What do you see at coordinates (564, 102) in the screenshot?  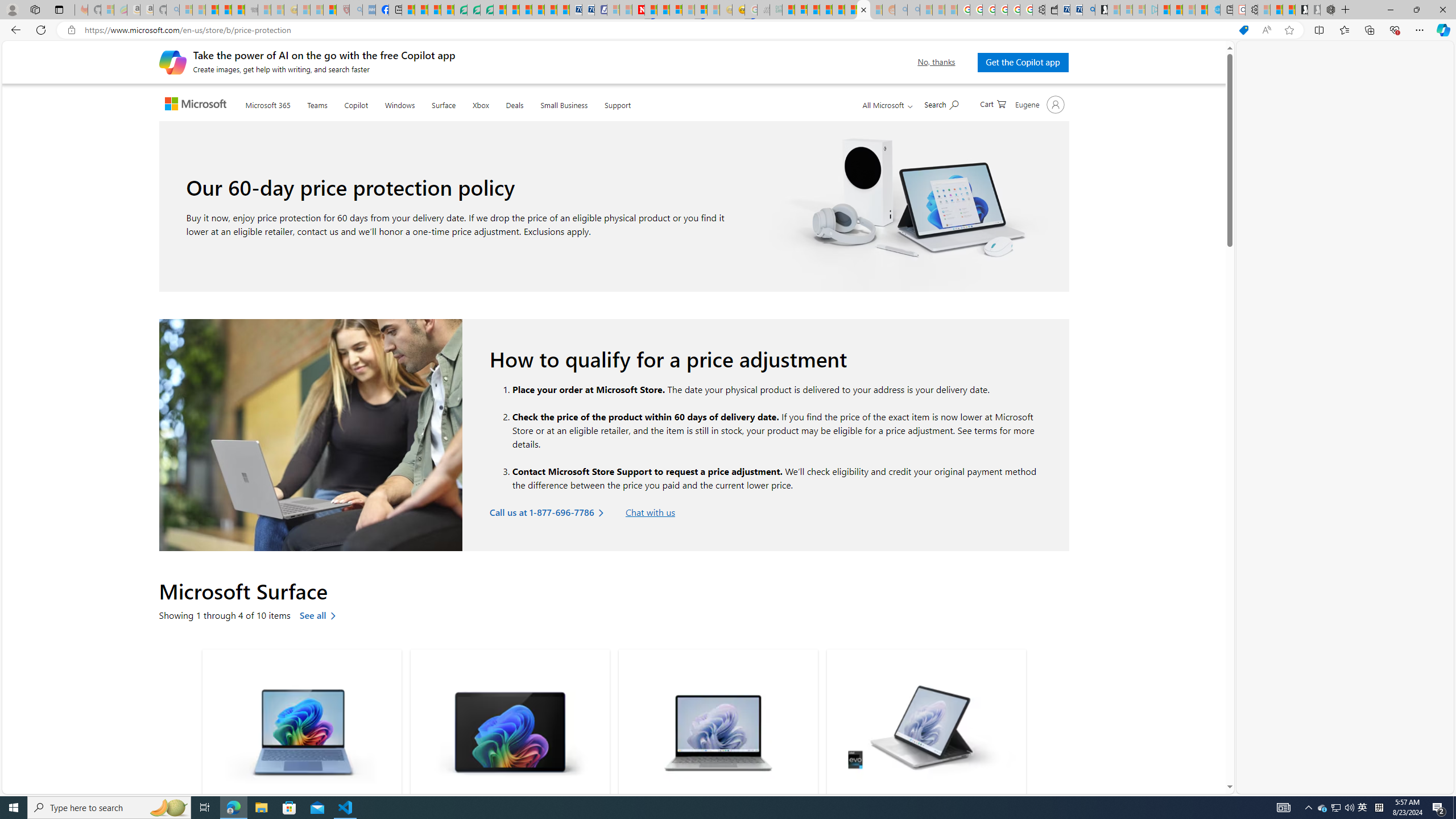 I see `'Small Business'` at bounding box center [564, 102].